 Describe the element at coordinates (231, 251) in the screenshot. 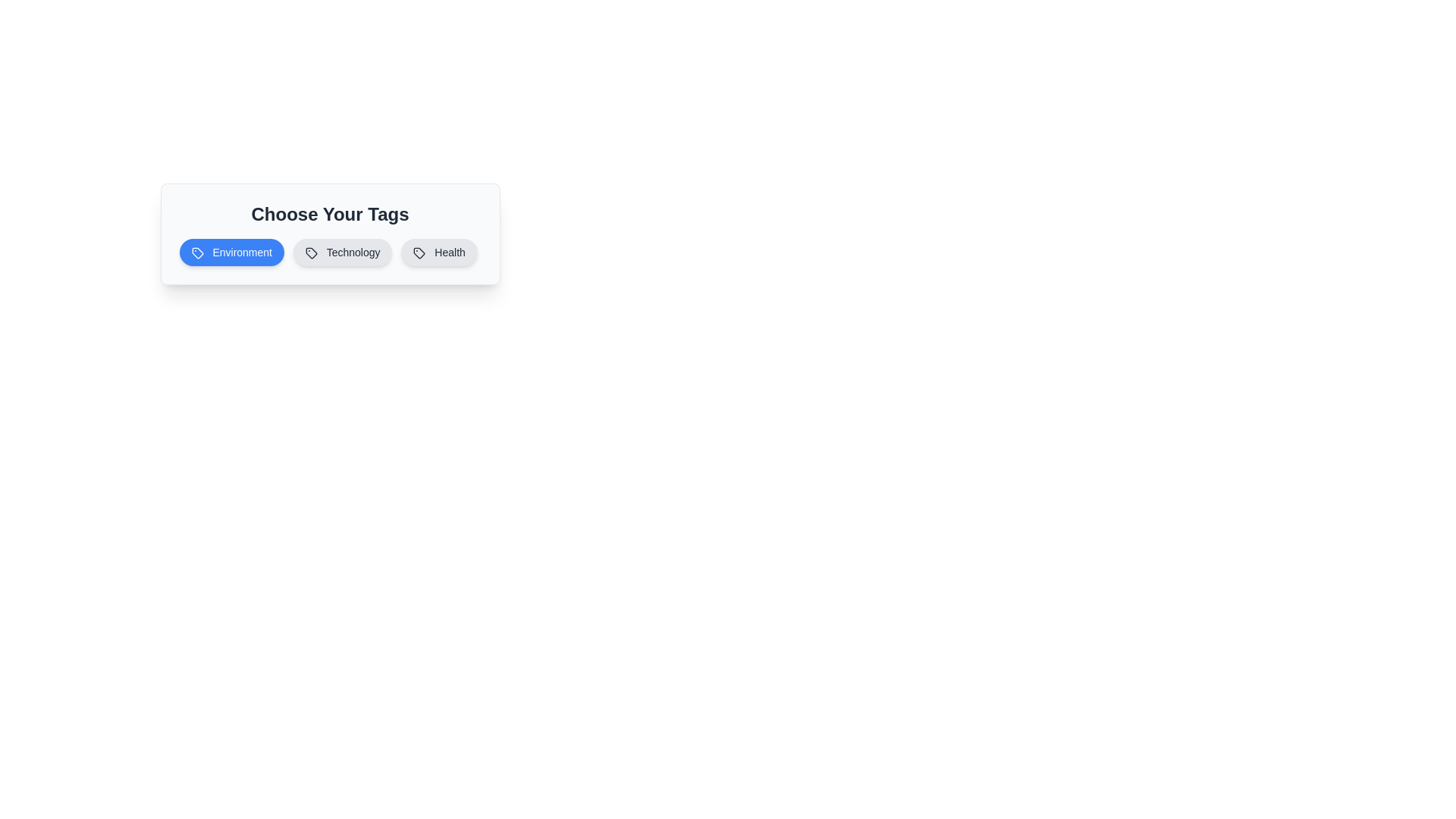

I see `the 'Environment' tag button to toggle its state` at that location.